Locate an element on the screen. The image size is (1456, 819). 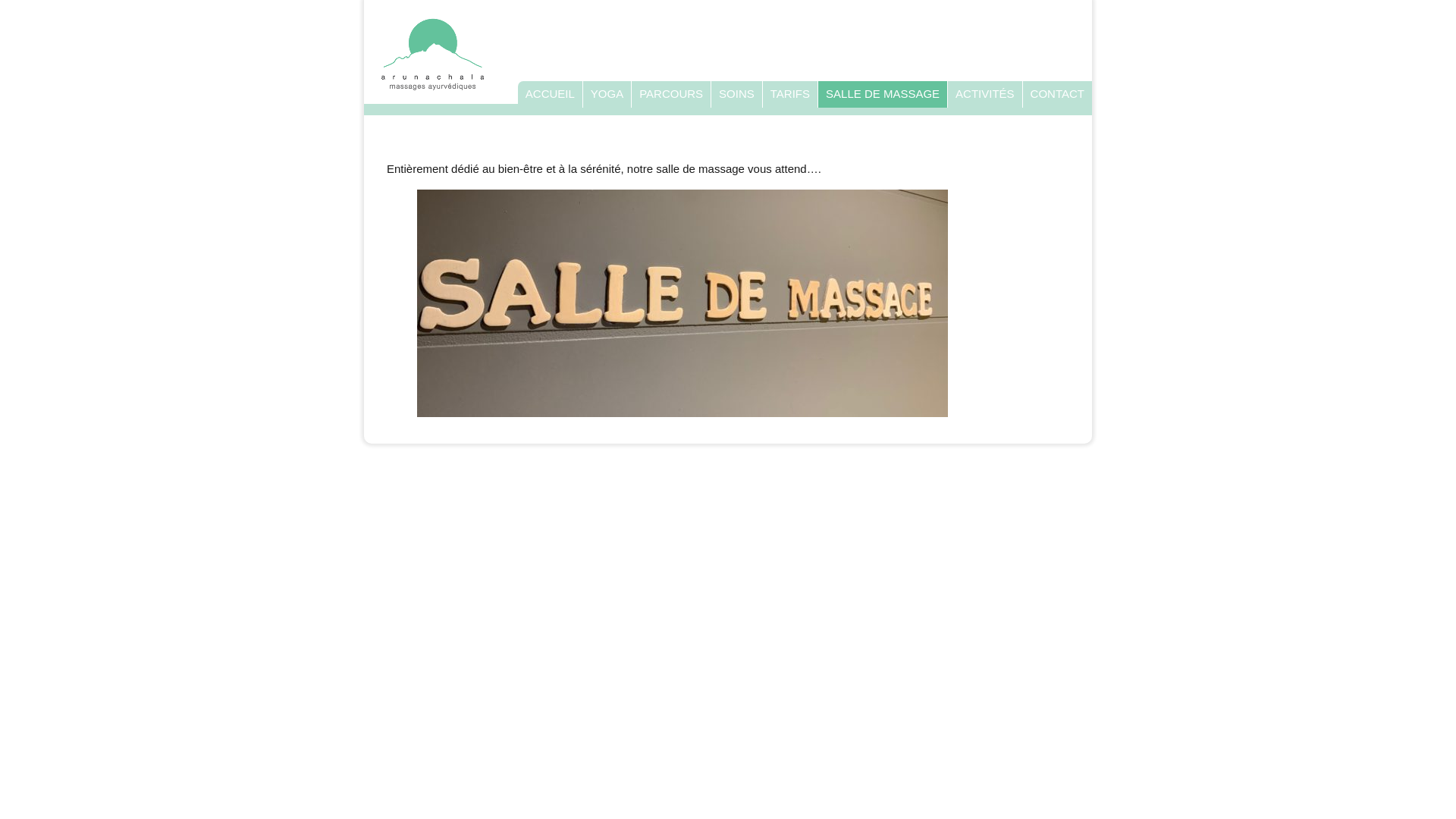
'YOGA' is located at coordinates (589, 93).